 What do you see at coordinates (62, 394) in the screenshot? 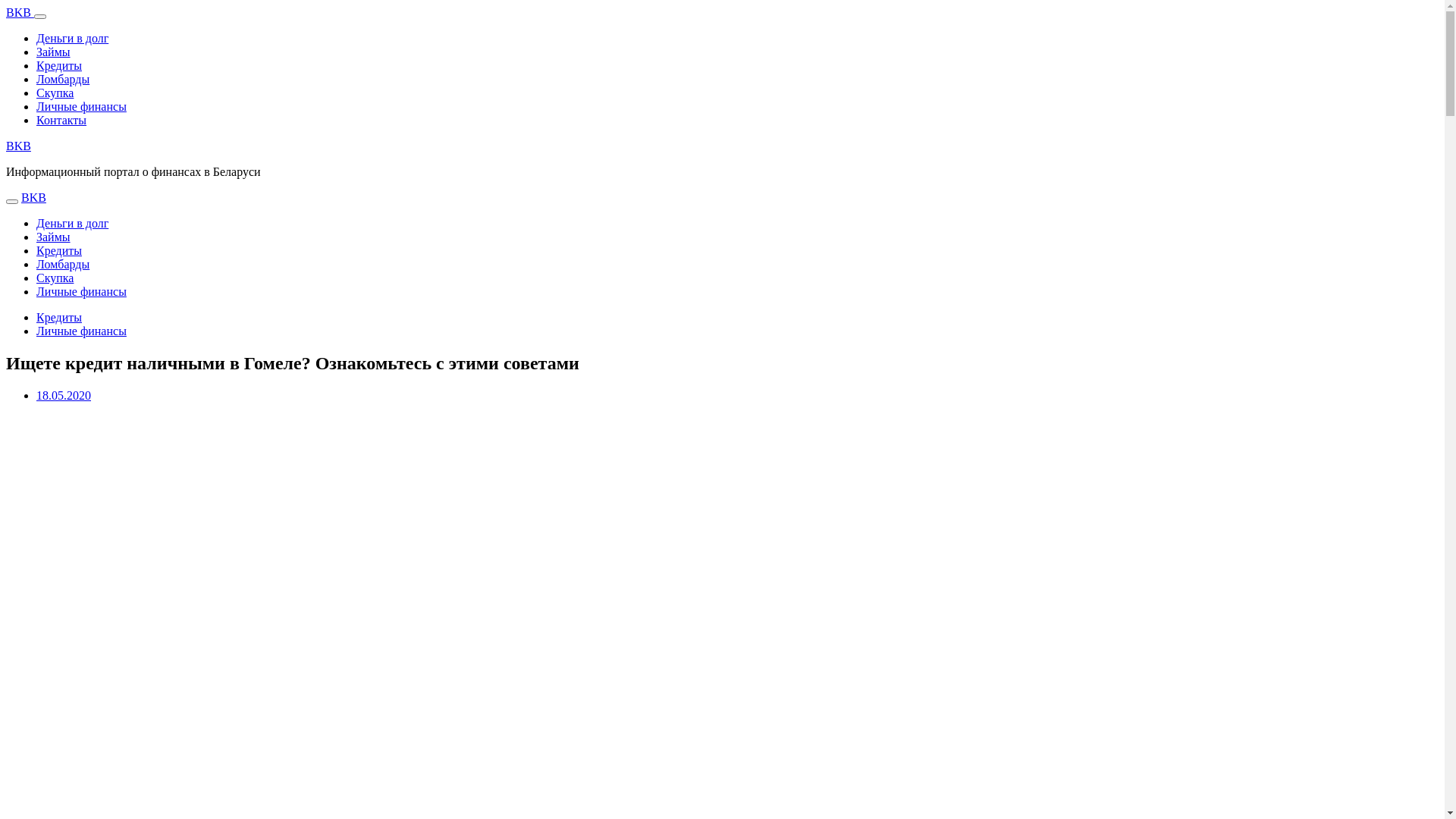
I see `'18.05.2020'` at bounding box center [62, 394].